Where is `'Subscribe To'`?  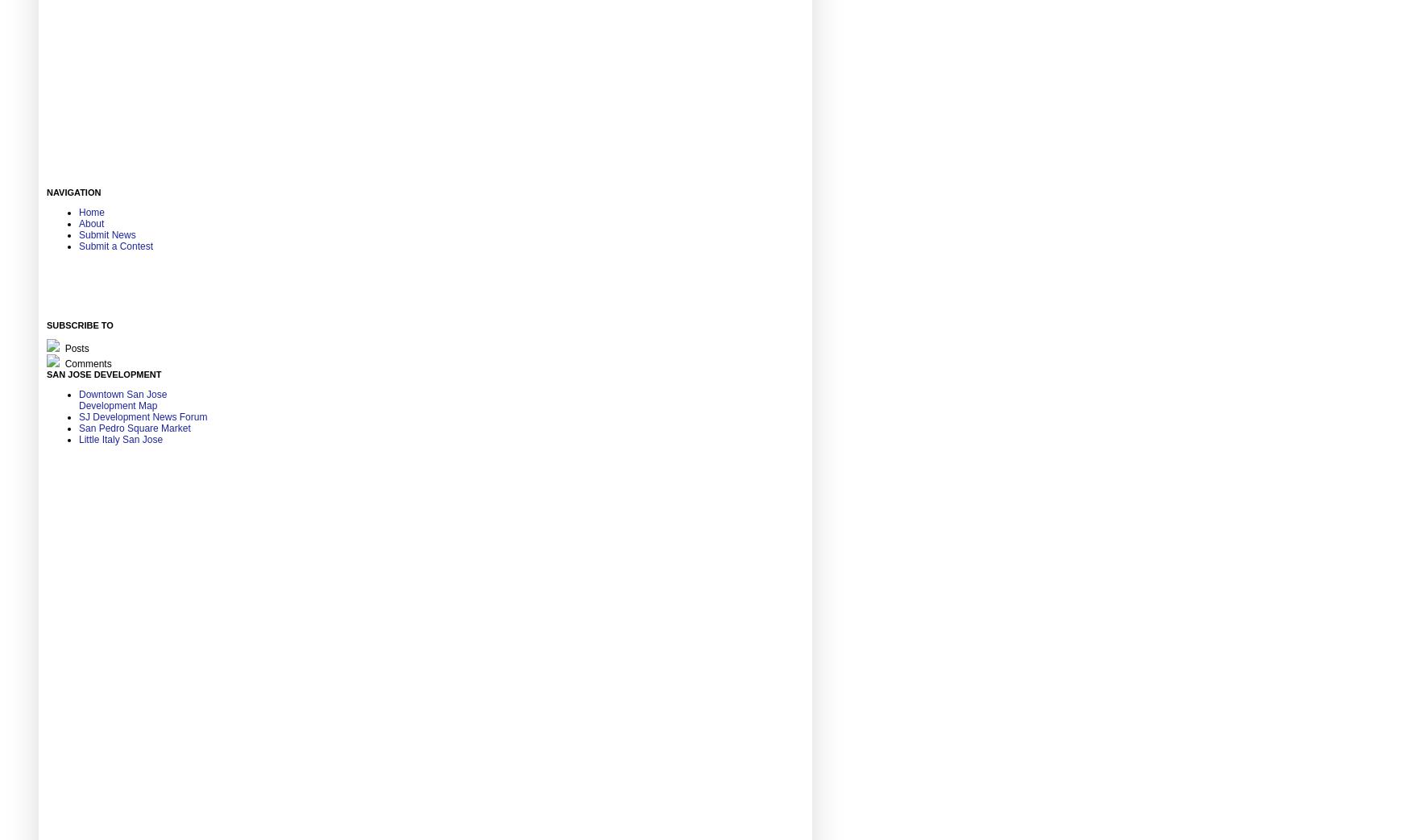 'Subscribe To' is located at coordinates (79, 325).